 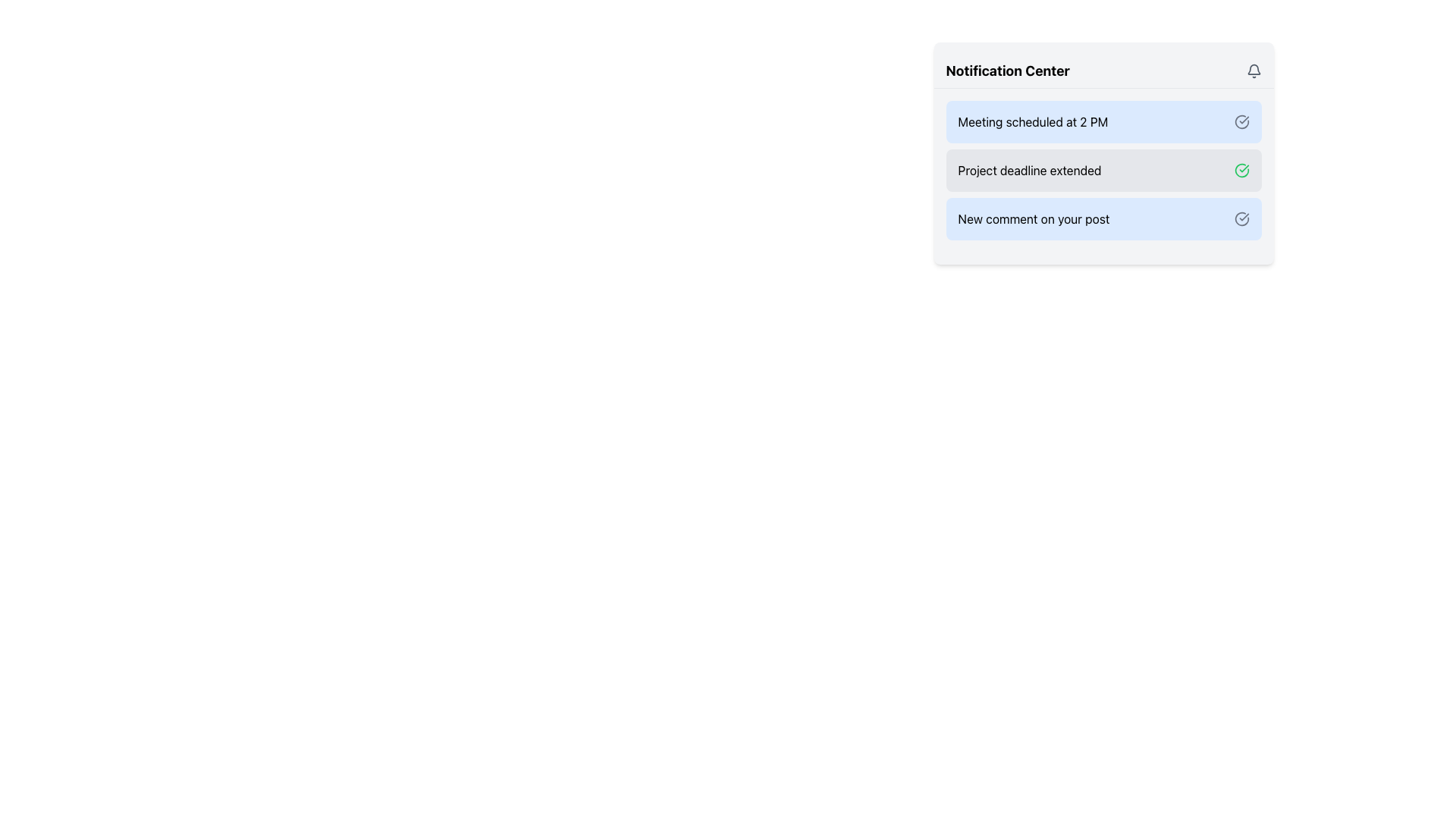 What do you see at coordinates (1103, 121) in the screenshot?
I see `the Notification card that informs about a scheduled meeting at 2 PM` at bounding box center [1103, 121].